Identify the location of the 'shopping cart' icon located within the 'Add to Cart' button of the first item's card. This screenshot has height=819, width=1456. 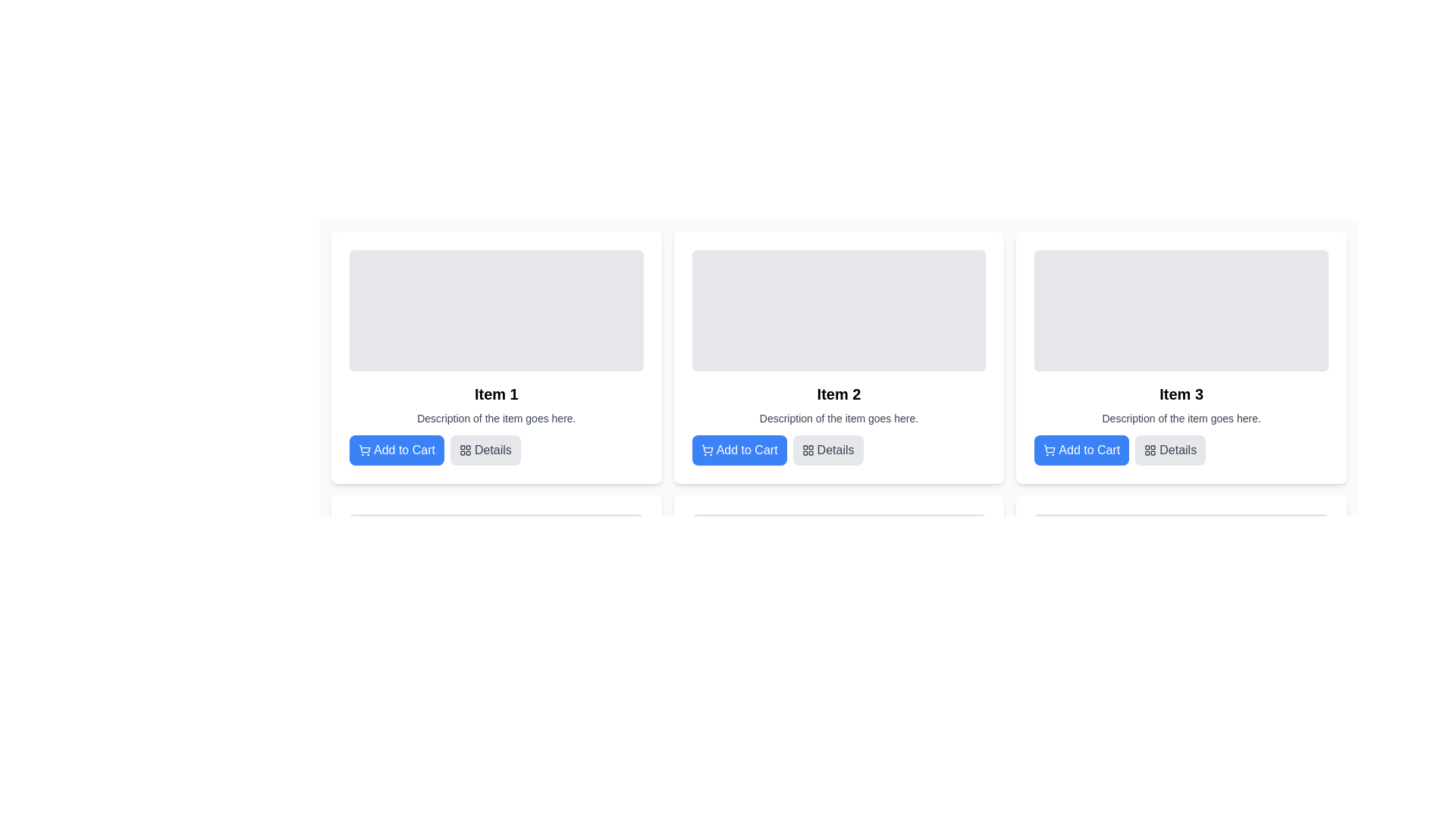
(364, 448).